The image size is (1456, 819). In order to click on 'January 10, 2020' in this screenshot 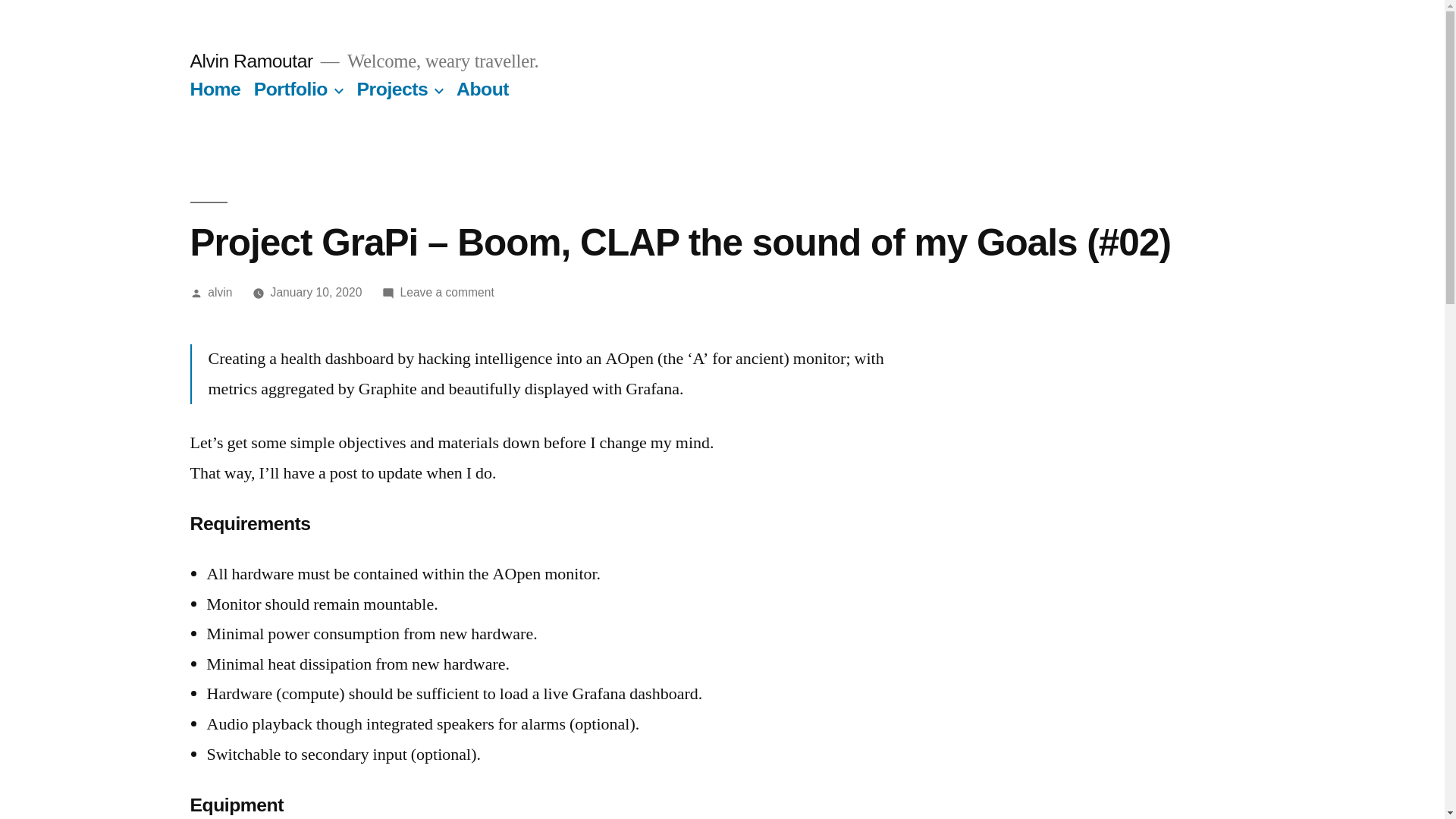, I will do `click(270, 292)`.